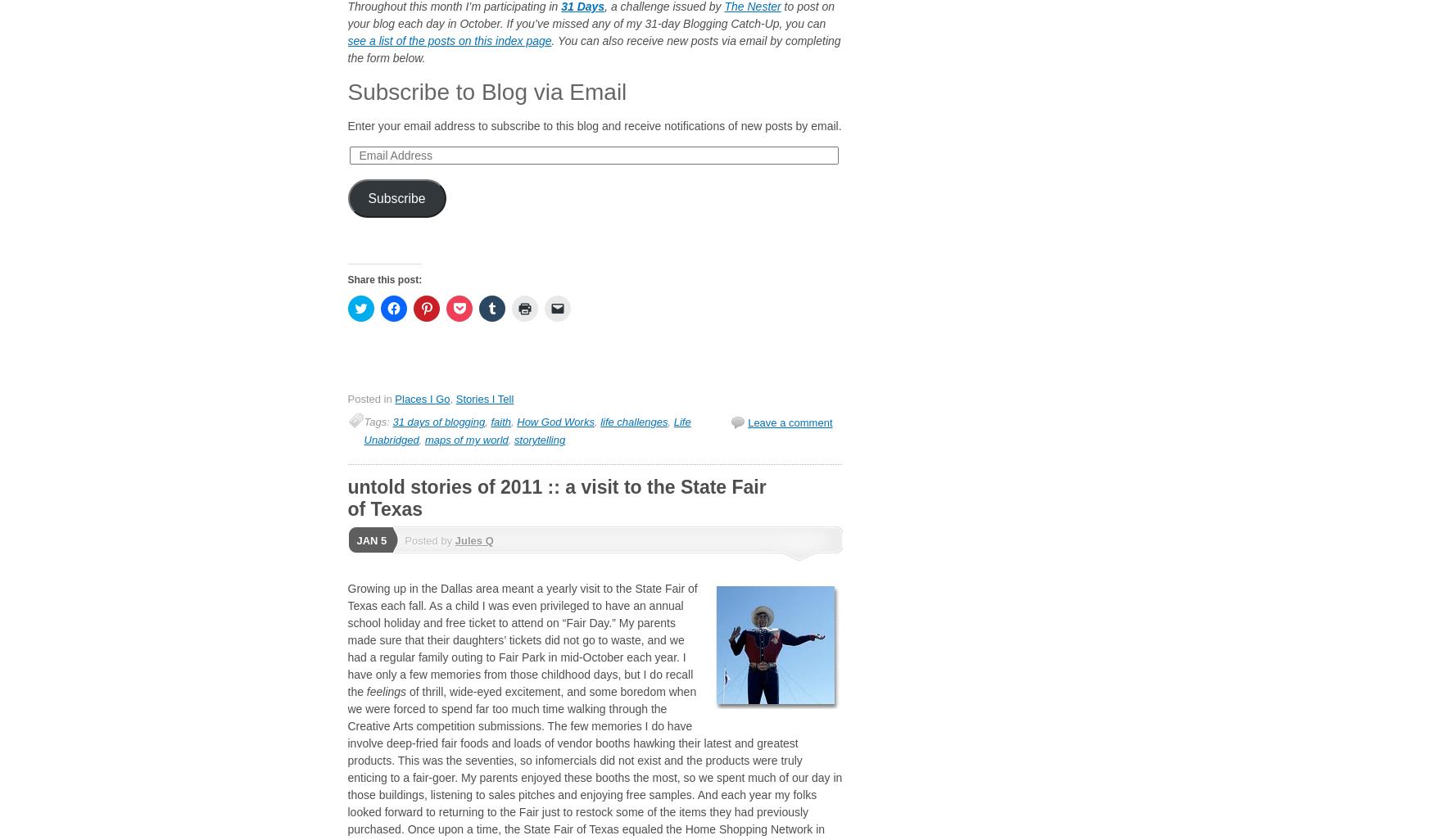  What do you see at coordinates (363, 431) in the screenshot?
I see `'Life Unabridged'` at bounding box center [363, 431].